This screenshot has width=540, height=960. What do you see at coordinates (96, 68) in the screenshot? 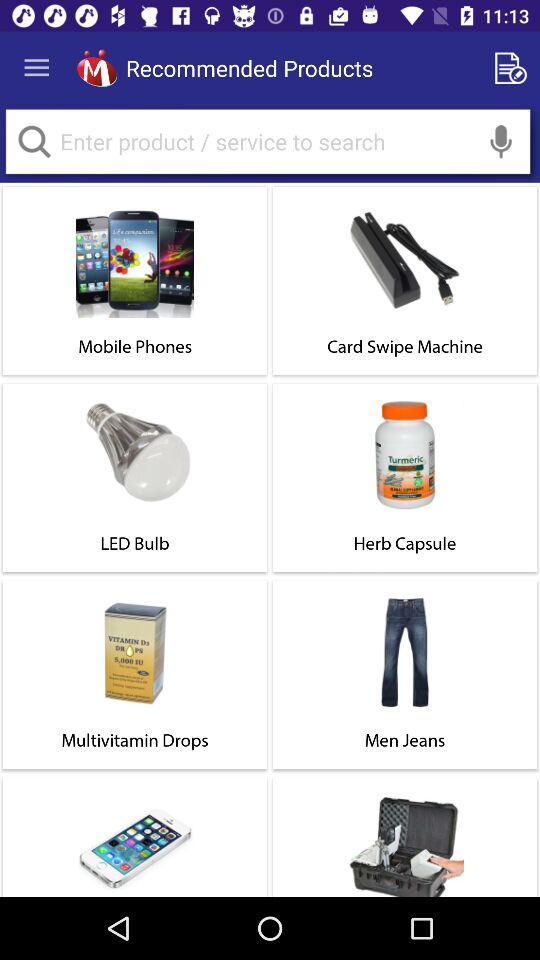
I see `app to the left of the recommended products` at bounding box center [96, 68].